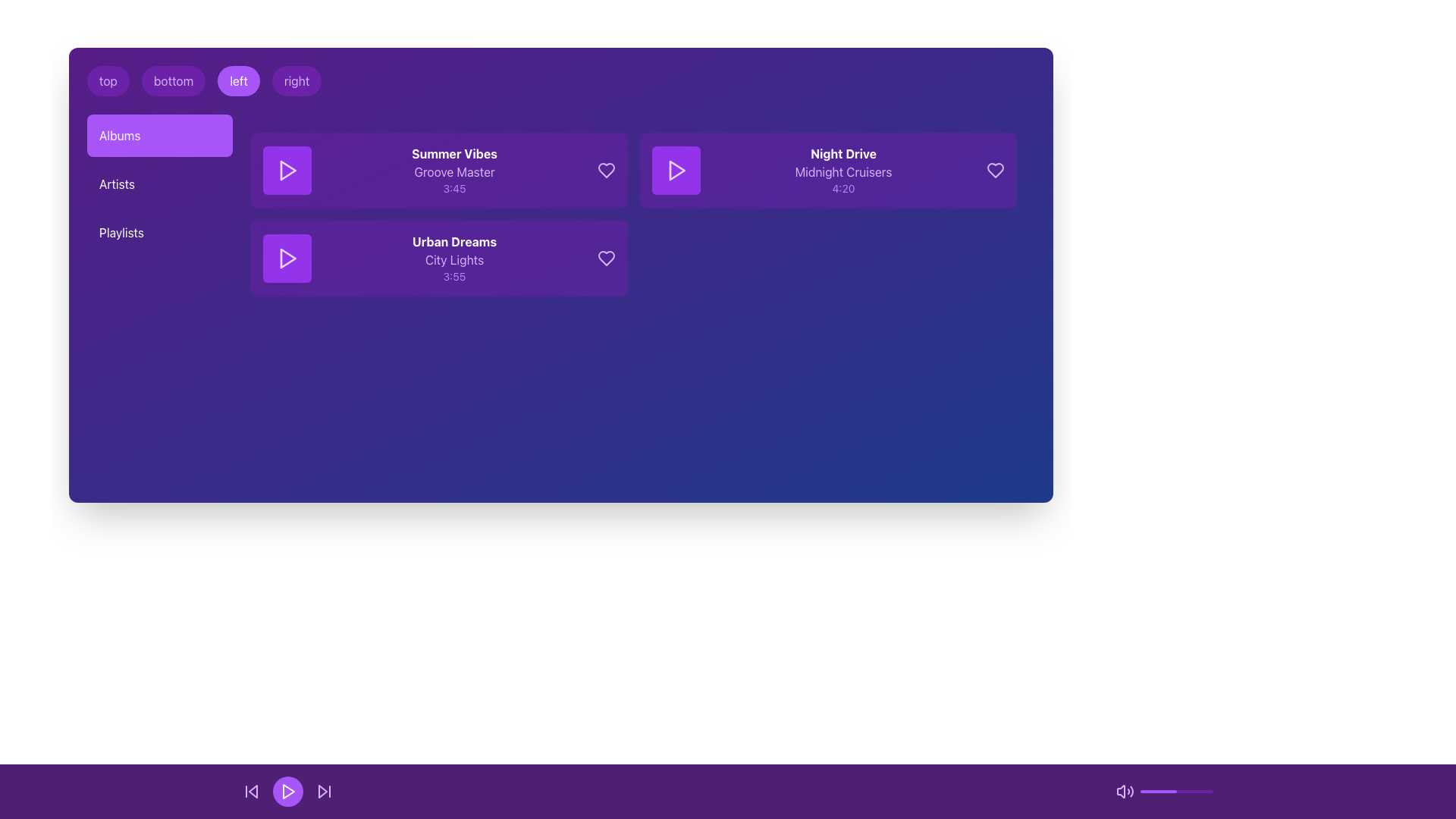  What do you see at coordinates (453, 241) in the screenshot?
I see `the text label displaying the title of the second song in the Albums section, which is positioned above 'City Lights' and to the right of the play button` at bounding box center [453, 241].